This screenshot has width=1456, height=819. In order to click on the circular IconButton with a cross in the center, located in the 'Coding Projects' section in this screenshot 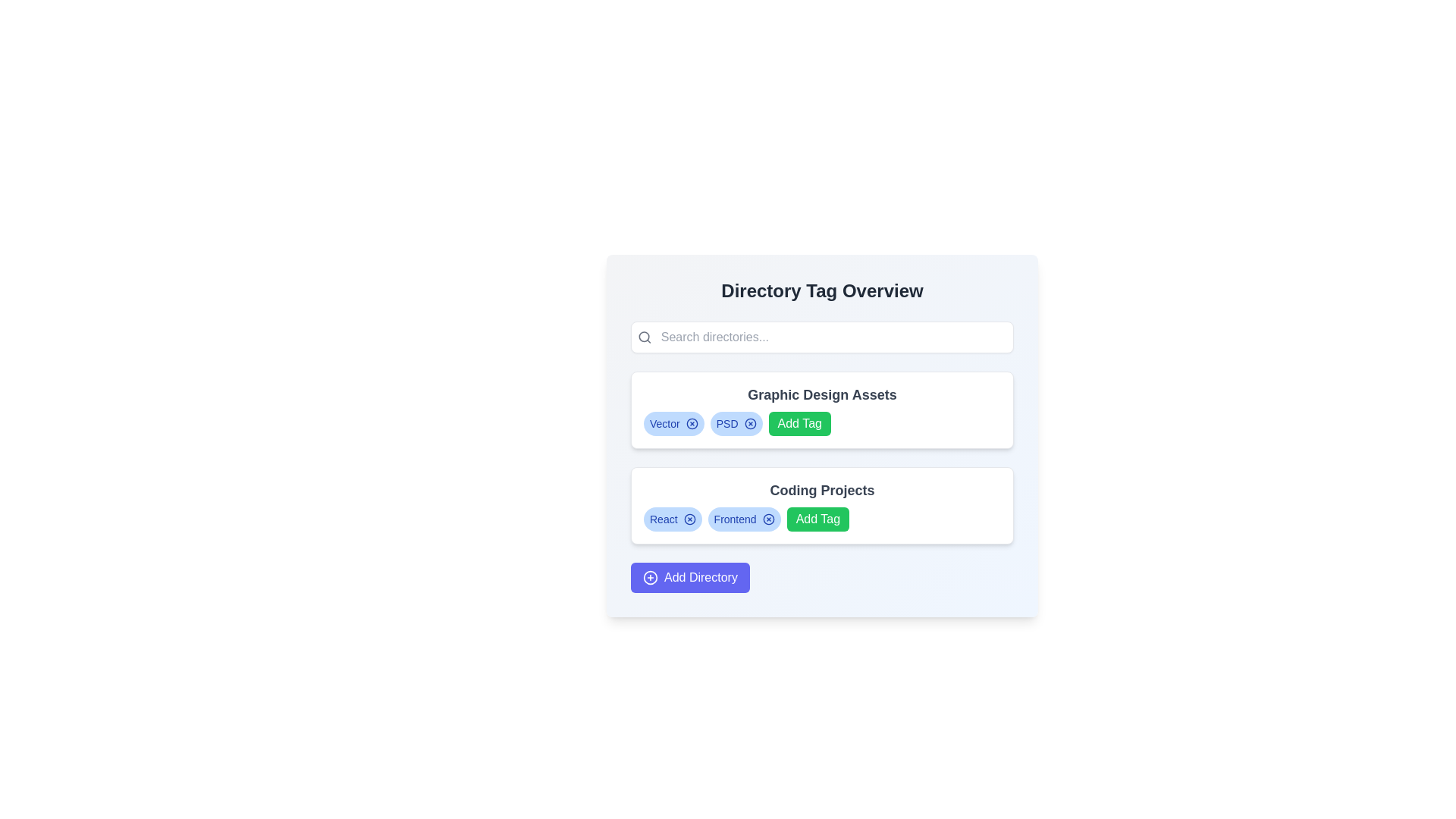, I will do `click(689, 519)`.